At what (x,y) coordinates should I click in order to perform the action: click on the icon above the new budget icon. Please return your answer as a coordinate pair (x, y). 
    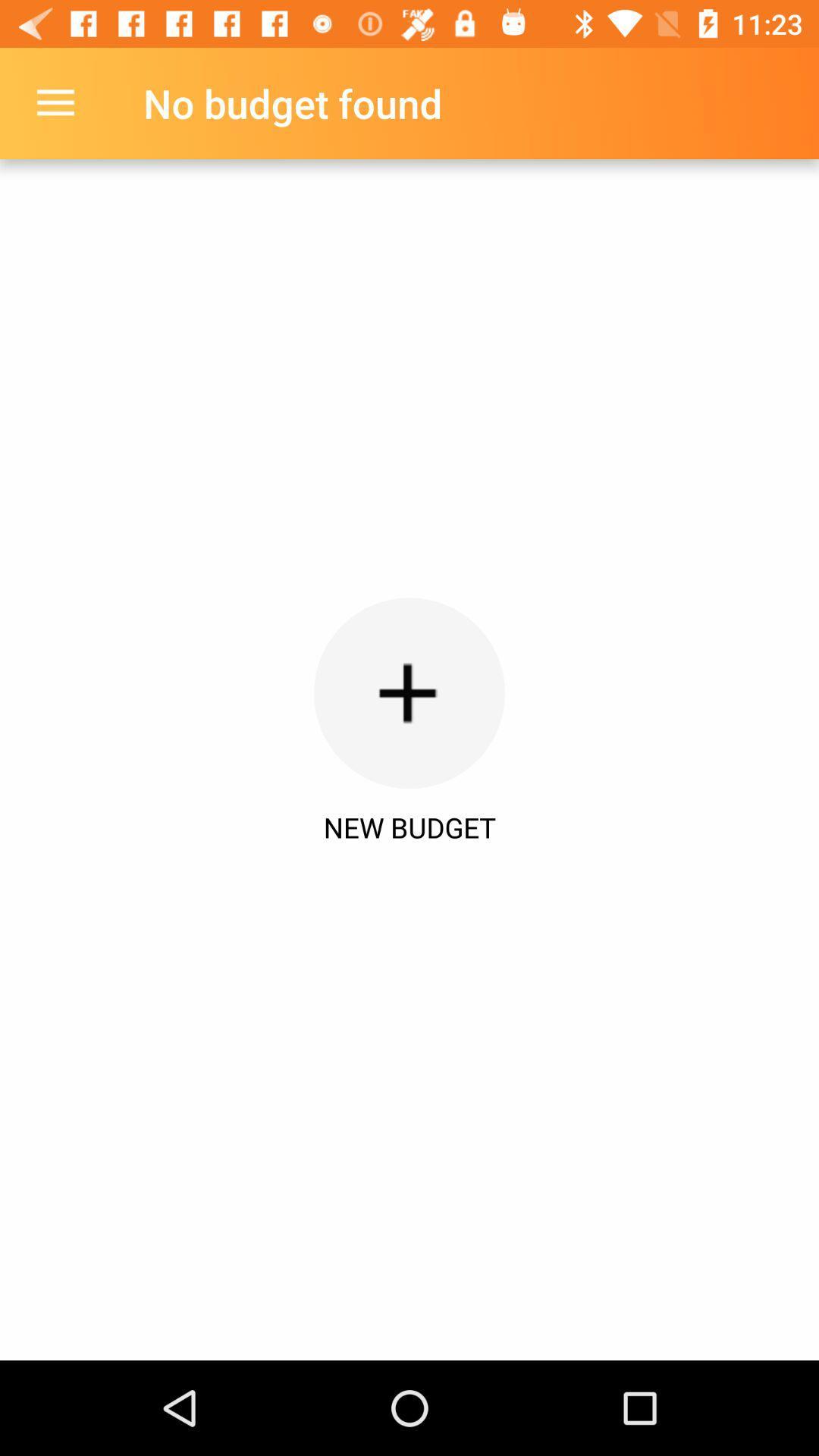
    Looking at the image, I should click on (55, 102).